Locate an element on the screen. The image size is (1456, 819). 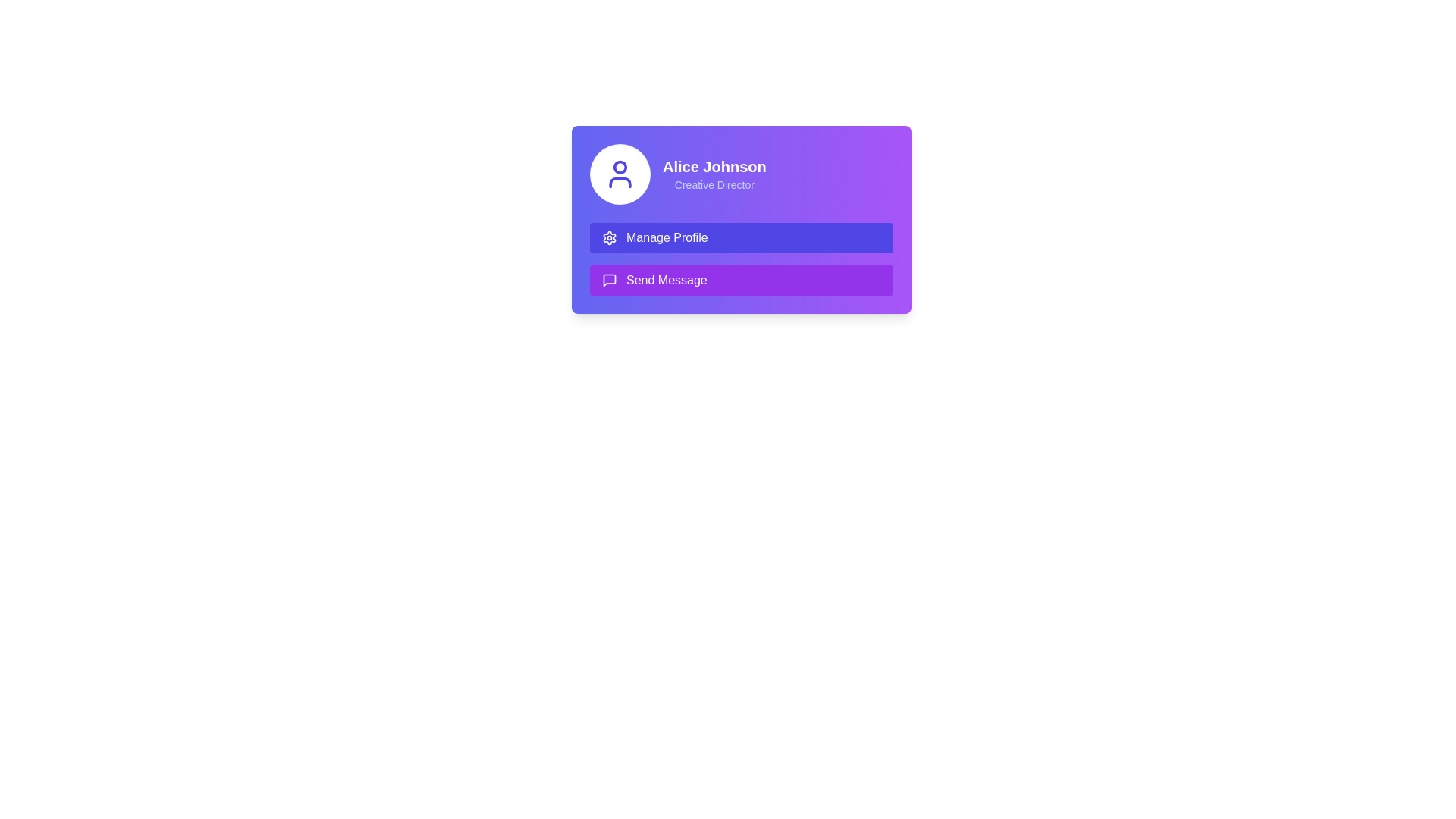
the bold, white text label displaying 'Alice Johnson' which is located in a rectangular card UI component near the top-left corner, above the text 'Creative Director' is located at coordinates (713, 166).